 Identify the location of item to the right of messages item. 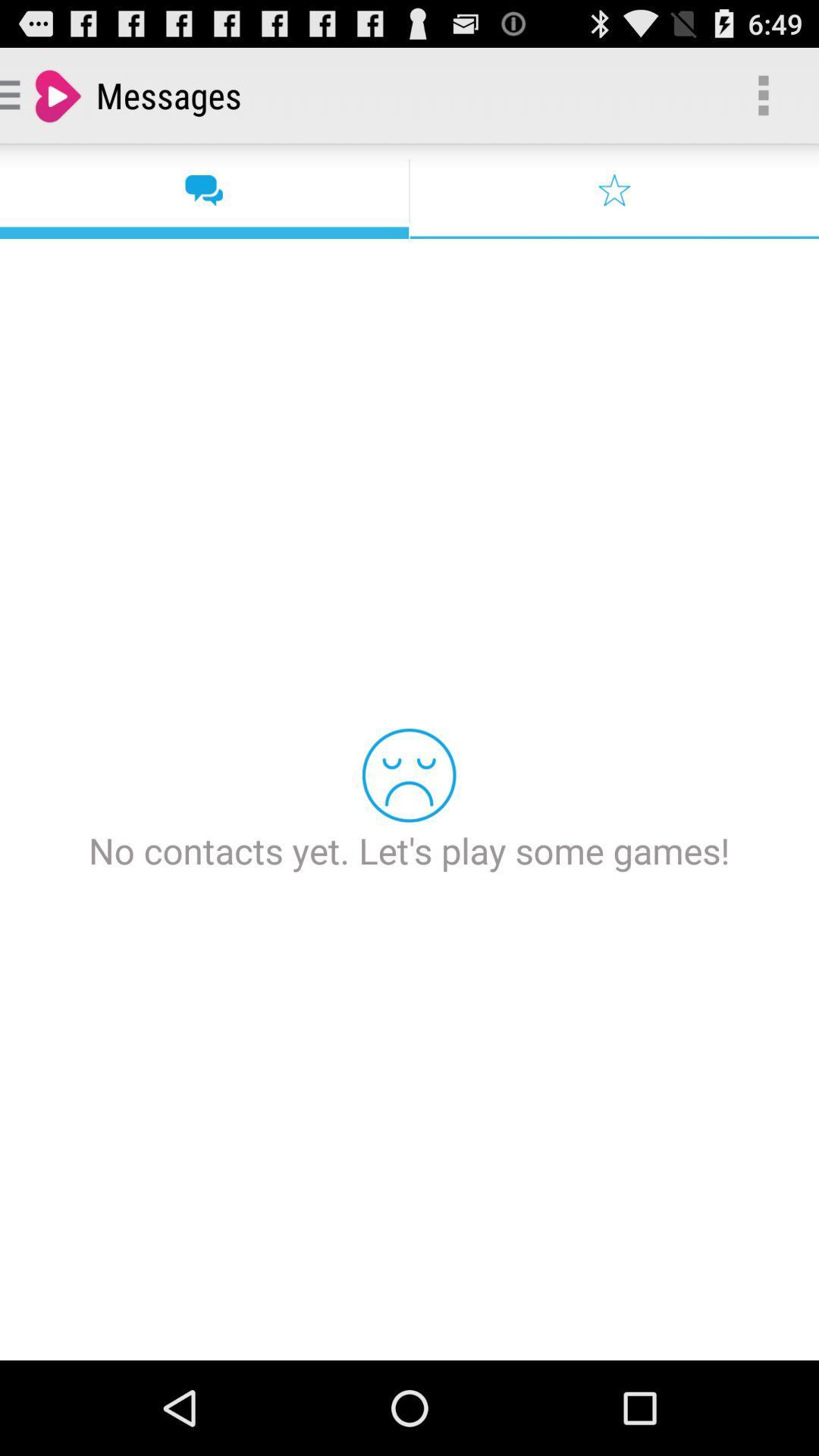
(763, 94).